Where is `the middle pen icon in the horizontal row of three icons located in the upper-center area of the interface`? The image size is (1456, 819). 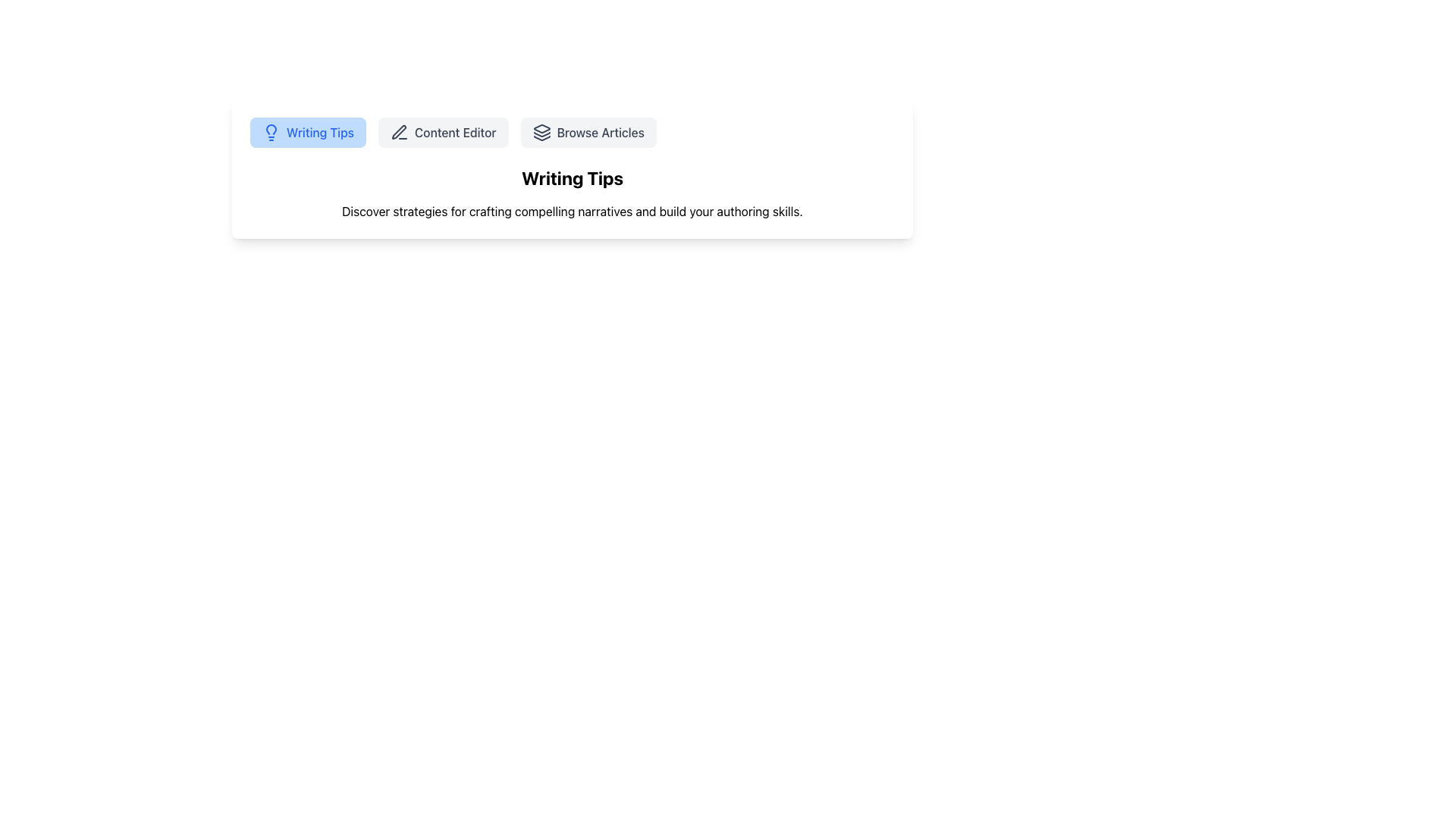
the middle pen icon in the horizontal row of three icons located in the upper-center area of the interface is located at coordinates (399, 131).